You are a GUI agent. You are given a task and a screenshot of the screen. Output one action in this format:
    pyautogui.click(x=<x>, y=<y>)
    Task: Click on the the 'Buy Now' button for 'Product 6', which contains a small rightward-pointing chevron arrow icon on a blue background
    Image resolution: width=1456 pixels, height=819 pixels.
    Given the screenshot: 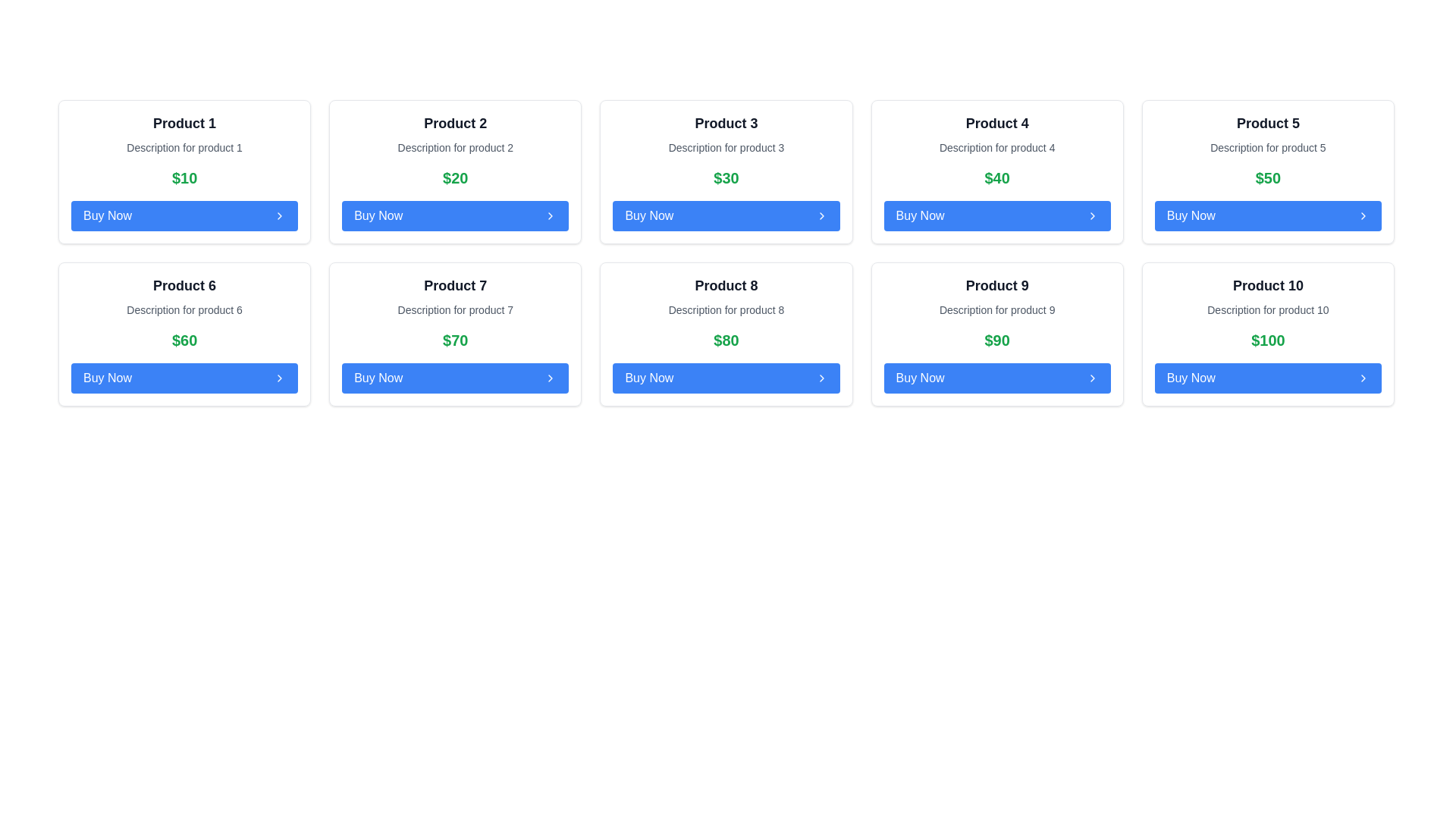 What is the action you would take?
    pyautogui.click(x=280, y=377)
    